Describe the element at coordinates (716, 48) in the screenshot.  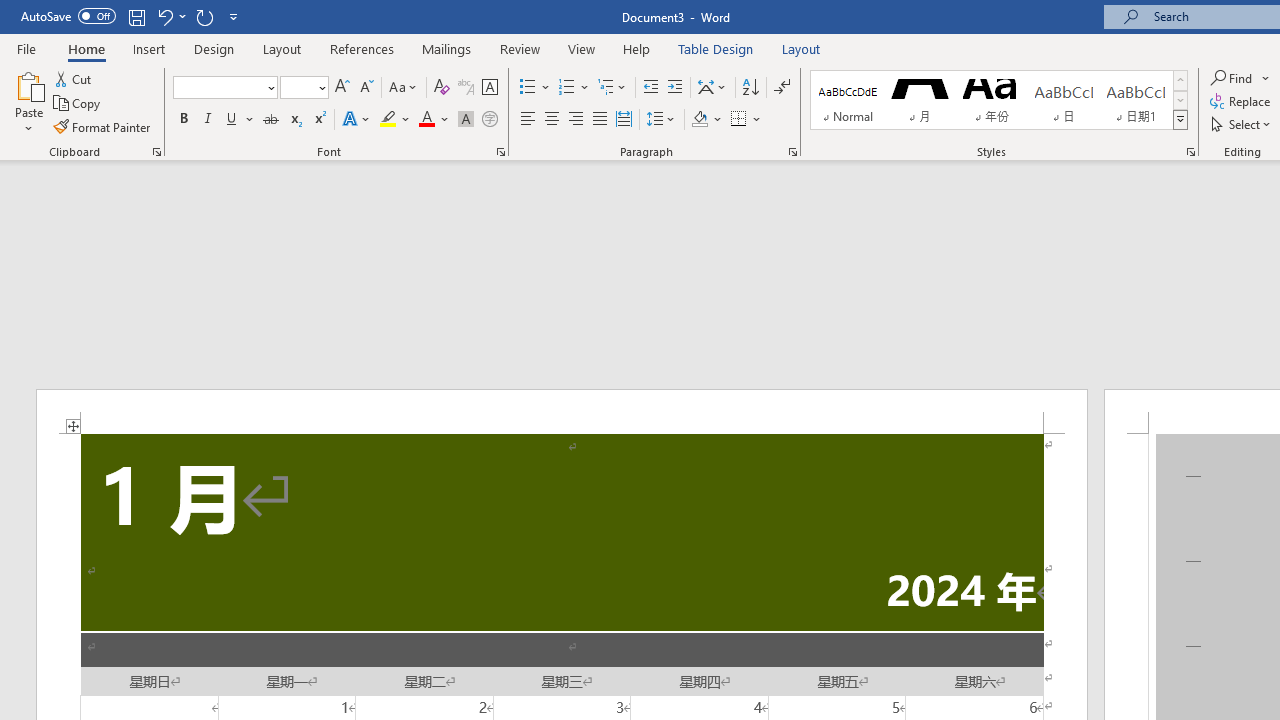
I see `'Table Design'` at that location.